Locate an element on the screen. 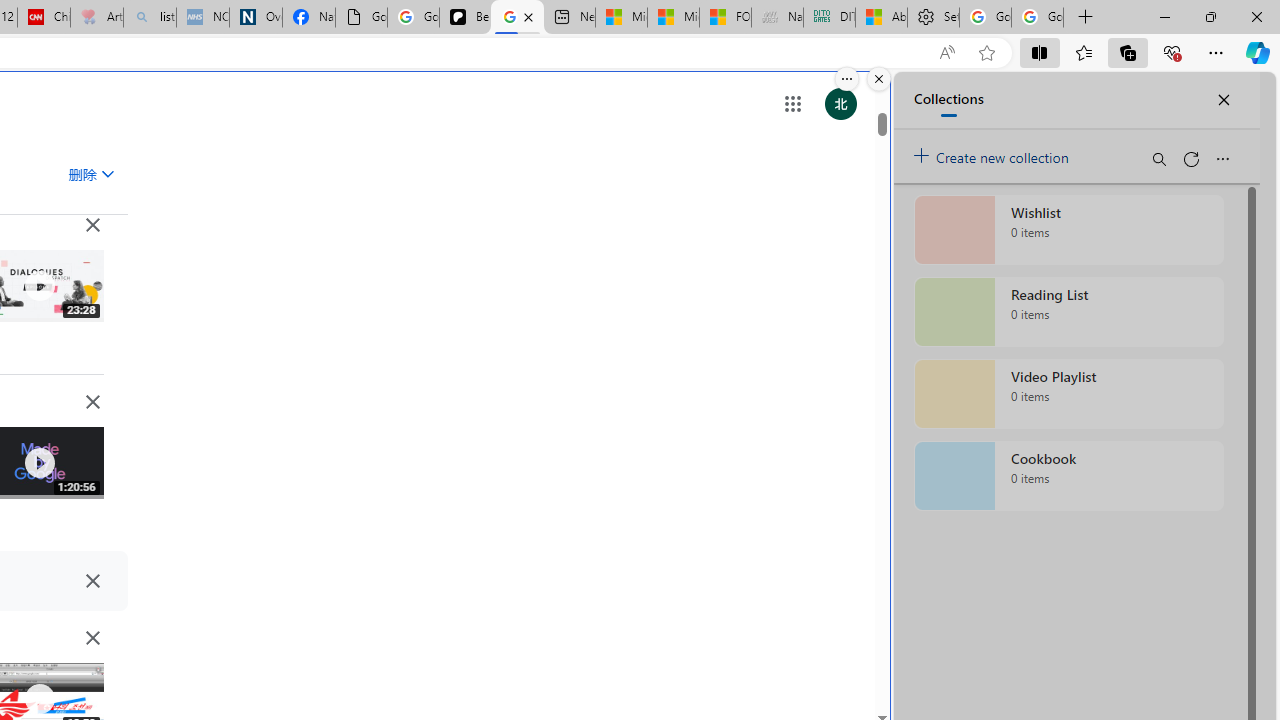  'list of asthma inhalers uk - Search - Sleeping' is located at coordinates (149, 17).